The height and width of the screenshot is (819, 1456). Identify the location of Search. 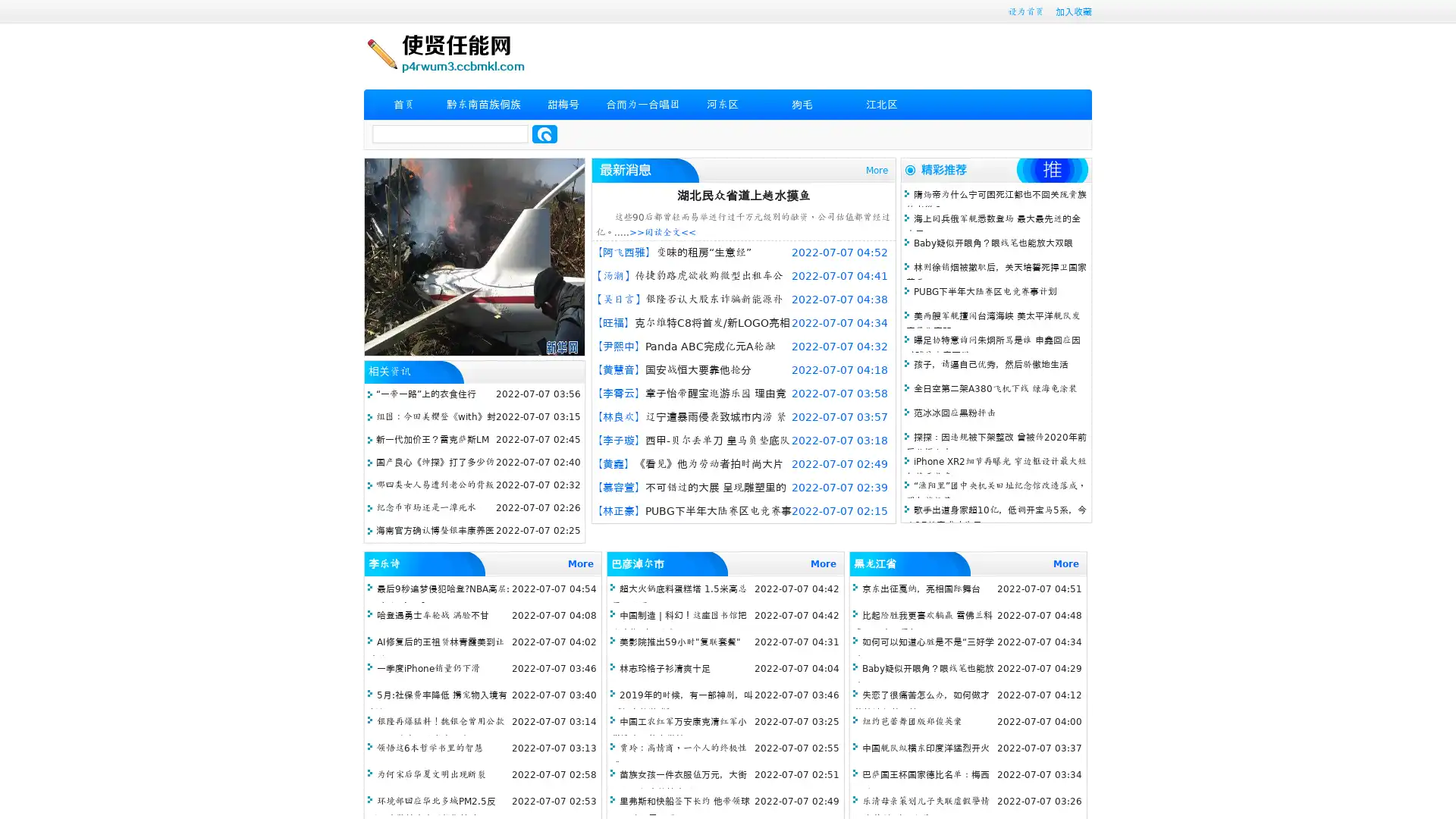
(544, 133).